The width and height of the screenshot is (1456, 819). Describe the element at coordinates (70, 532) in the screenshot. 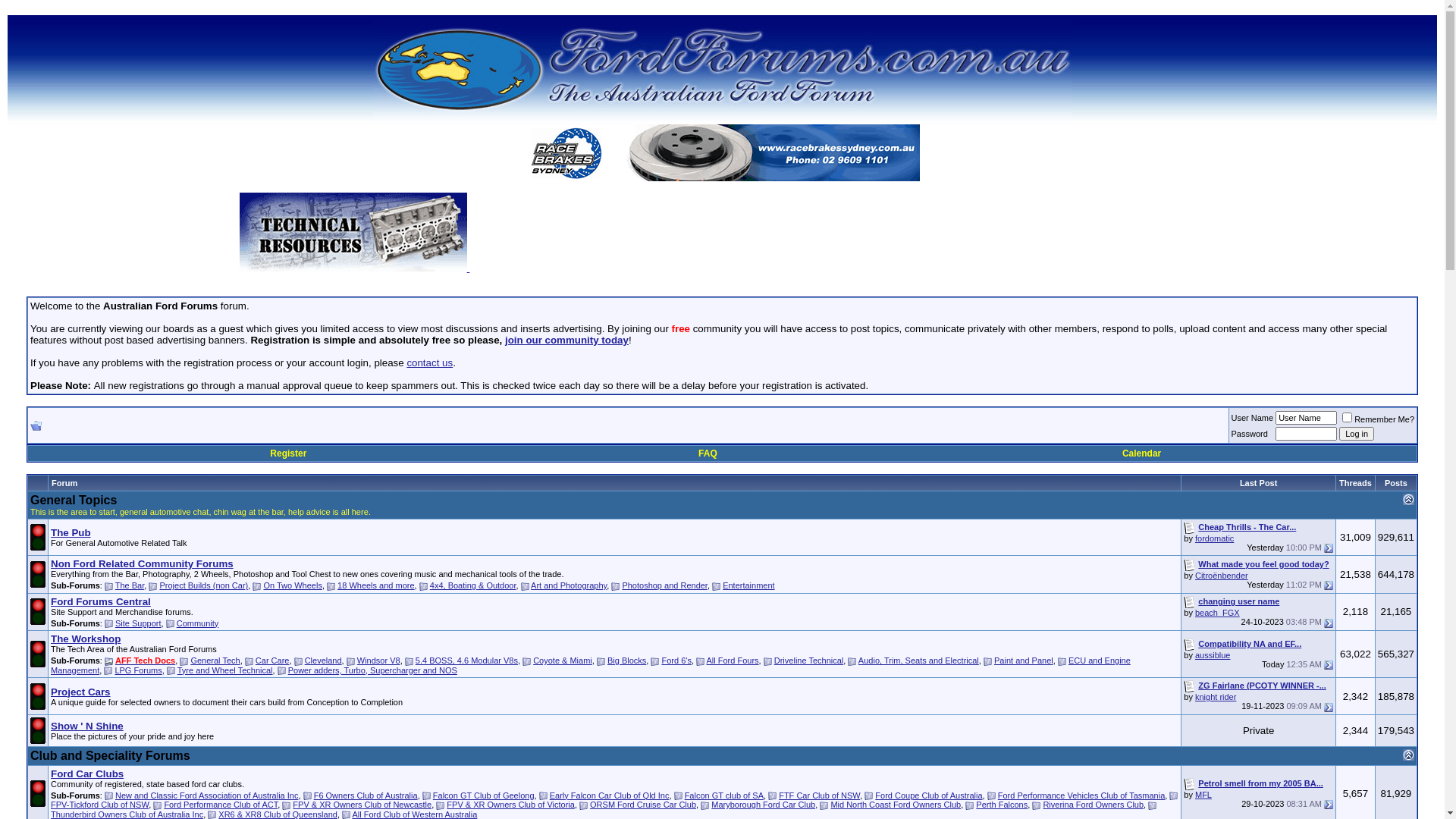

I see `'The Pub'` at that location.